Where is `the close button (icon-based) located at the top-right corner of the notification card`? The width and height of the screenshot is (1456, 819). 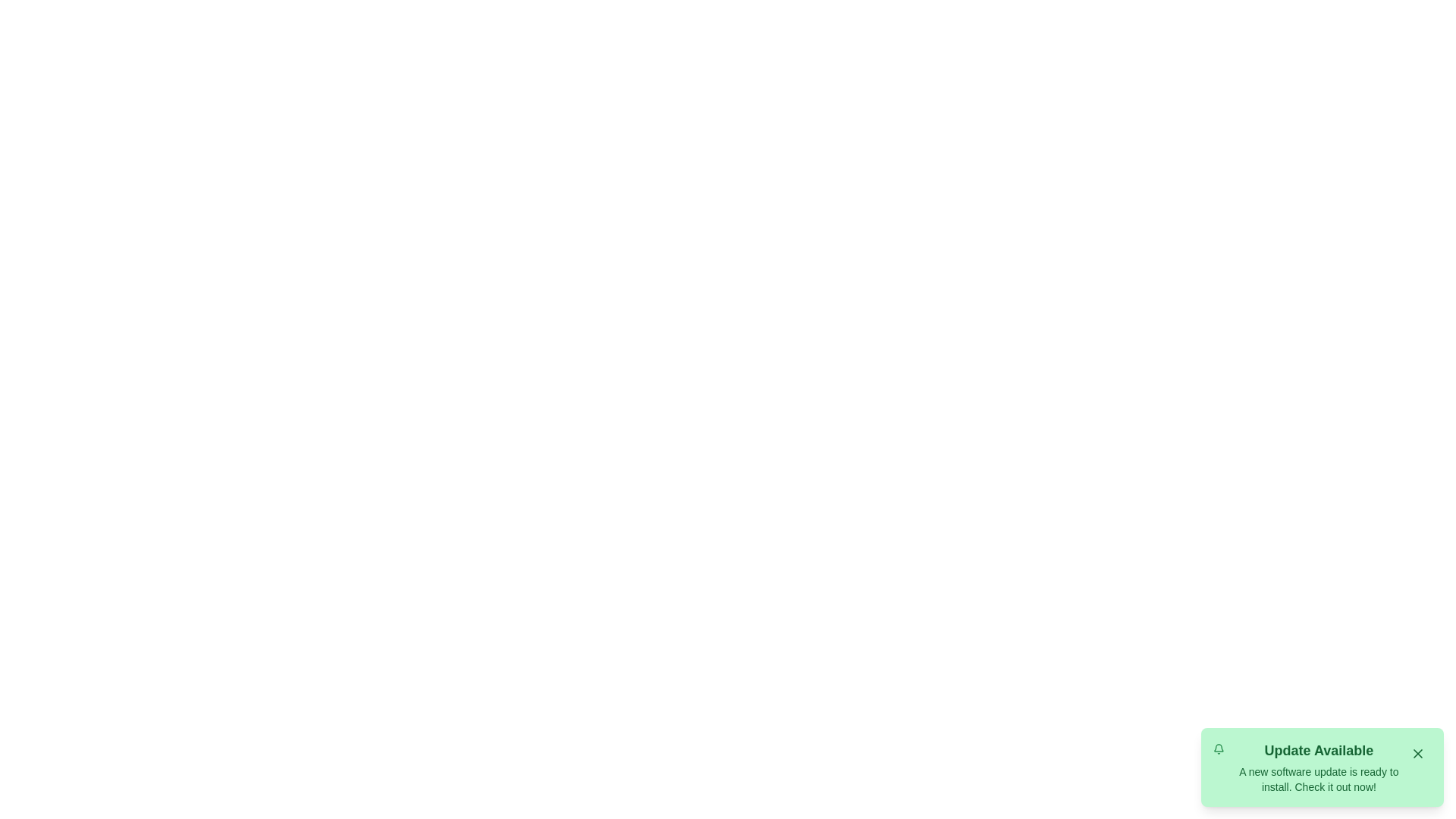
the close button (icon-based) located at the top-right corner of the notification card is located at coordinates (1417, 754).